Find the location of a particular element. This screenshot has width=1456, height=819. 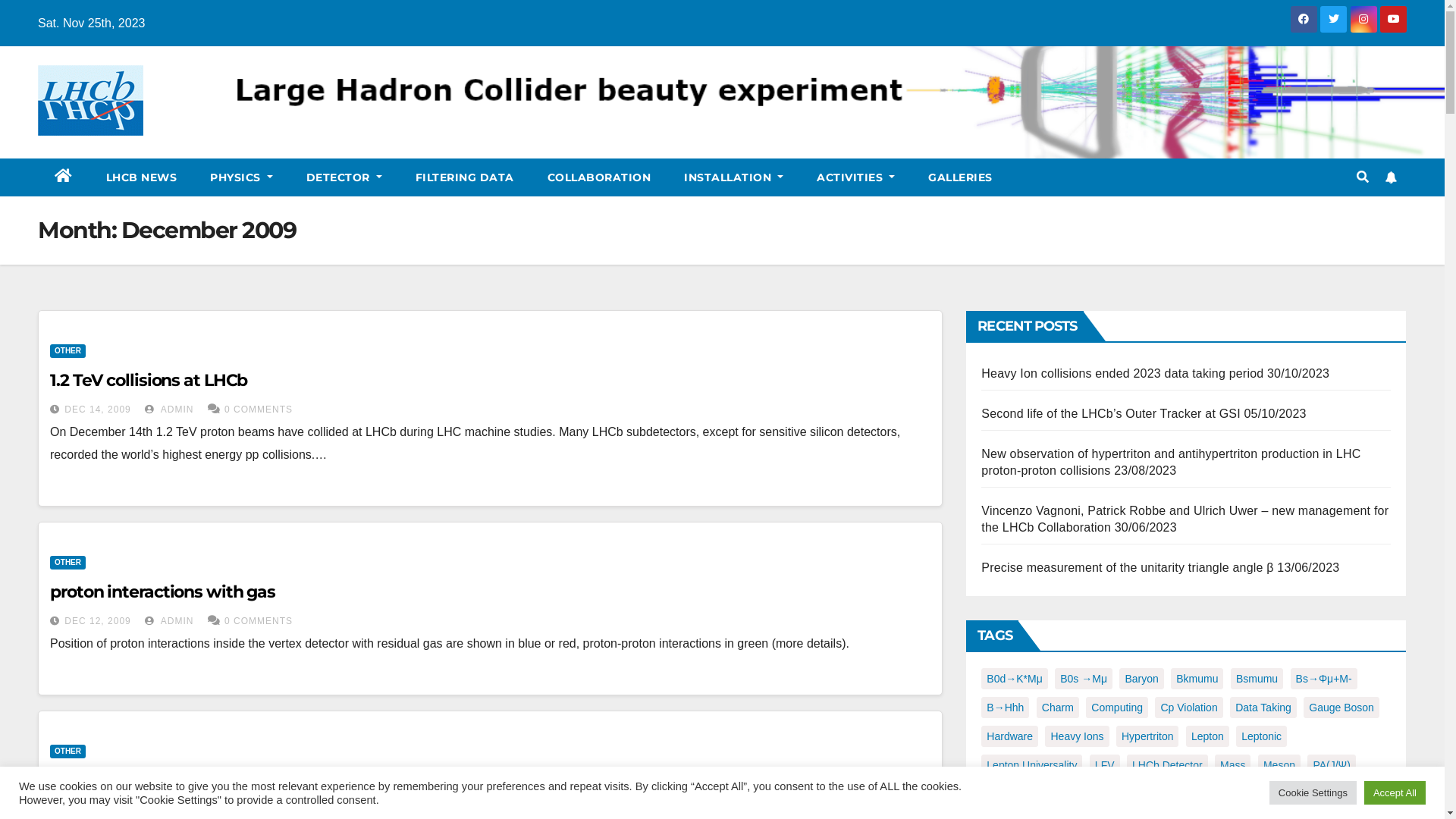

'Cp Violation' is located at coordinates (1188, 708).